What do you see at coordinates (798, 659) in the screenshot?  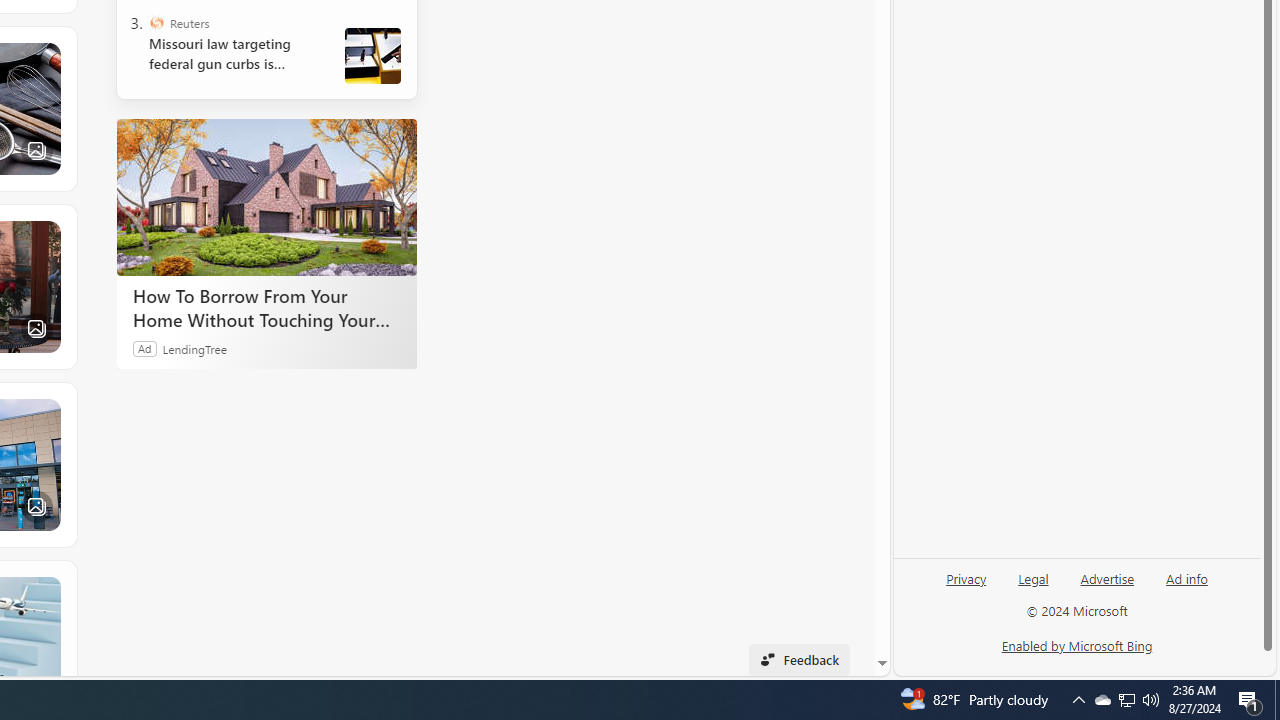 I see `'Feedback'` at bounding box center [798, 659].